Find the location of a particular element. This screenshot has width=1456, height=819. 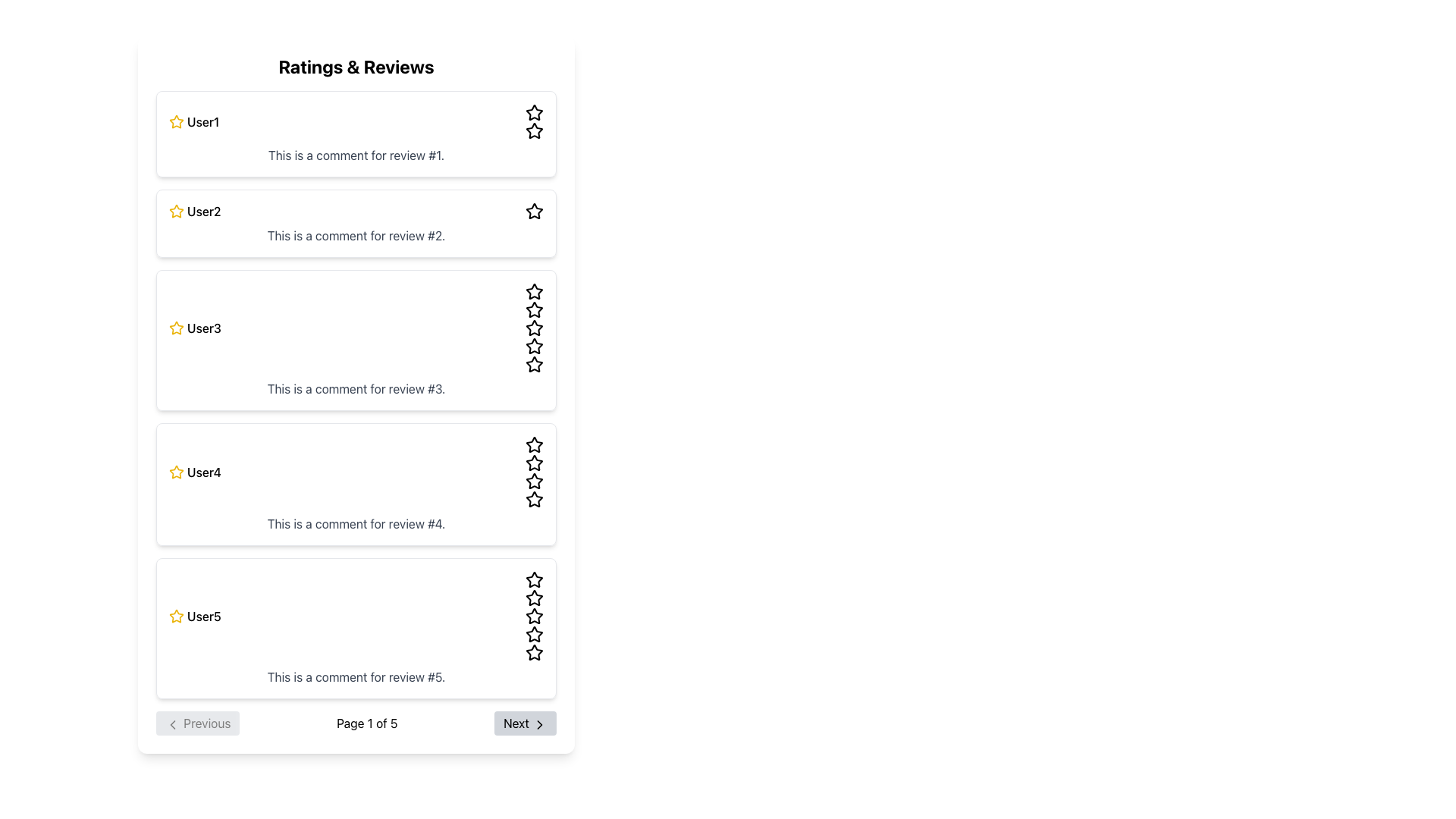

the 'User4' label, which indicates the username of the individual associated with a specific review in the 'Ratings & Reviews' section, positioned between 'User3' and 'User5' is located at coordinates (203, 472).